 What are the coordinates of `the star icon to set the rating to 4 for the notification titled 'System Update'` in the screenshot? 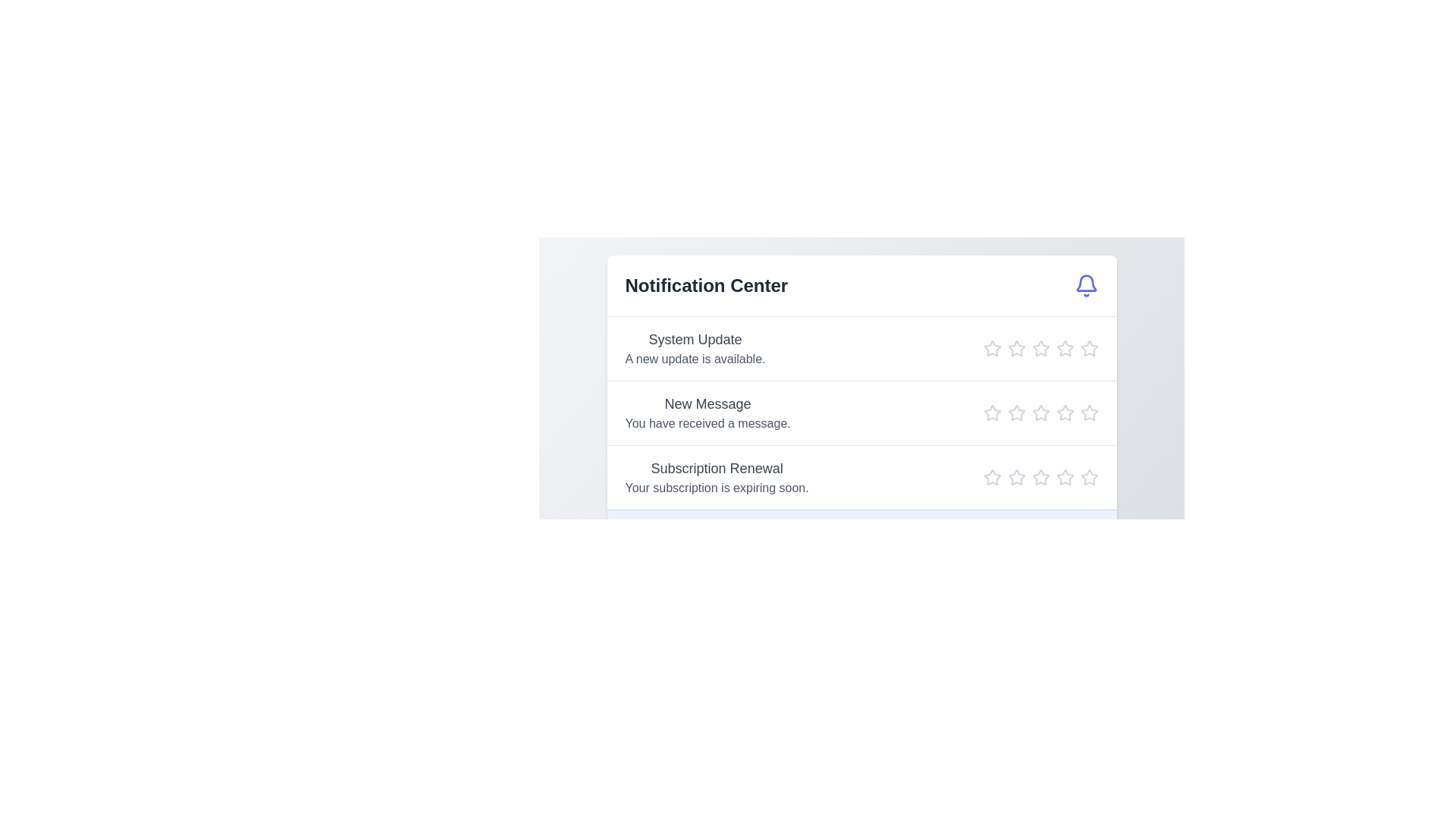 It's located at (1064, 348).